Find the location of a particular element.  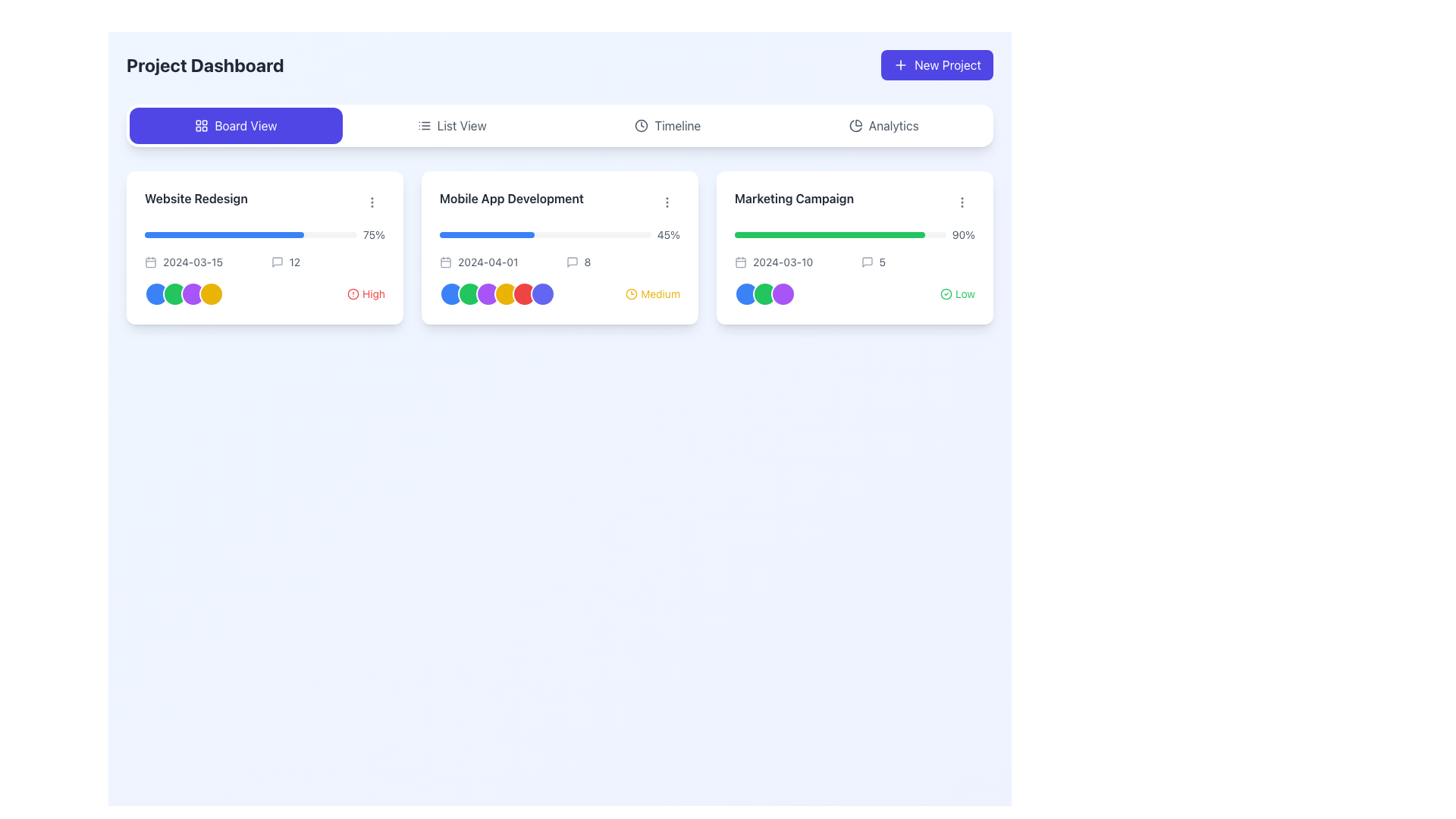

the static text label that represents a date associated with a task or event, located in the second card of a row of cards, beside a calendar icon is located at coordinates (488, 262).